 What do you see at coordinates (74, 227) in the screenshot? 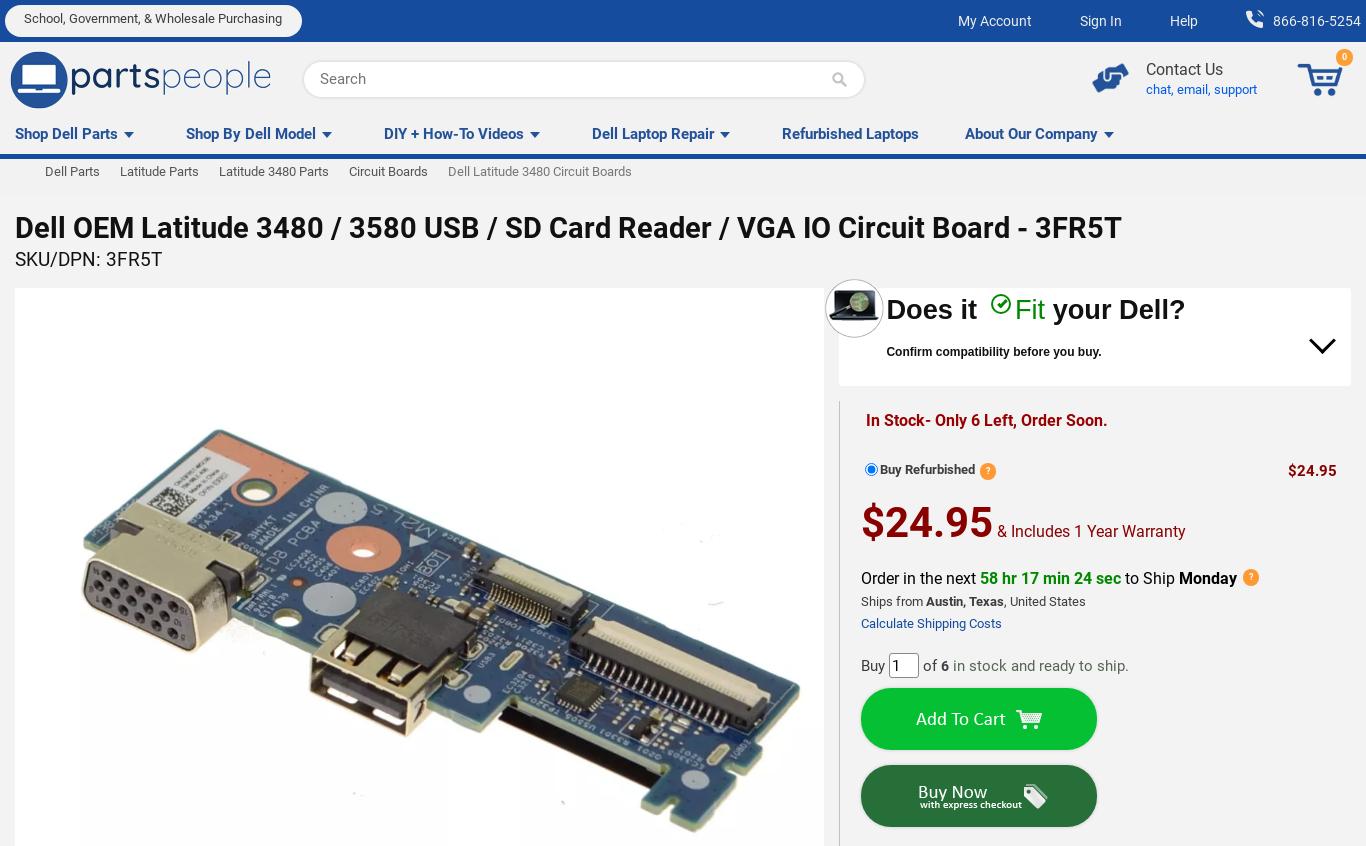
I see `'DC Jacks & Boards'` at bounding box center [74, 227].